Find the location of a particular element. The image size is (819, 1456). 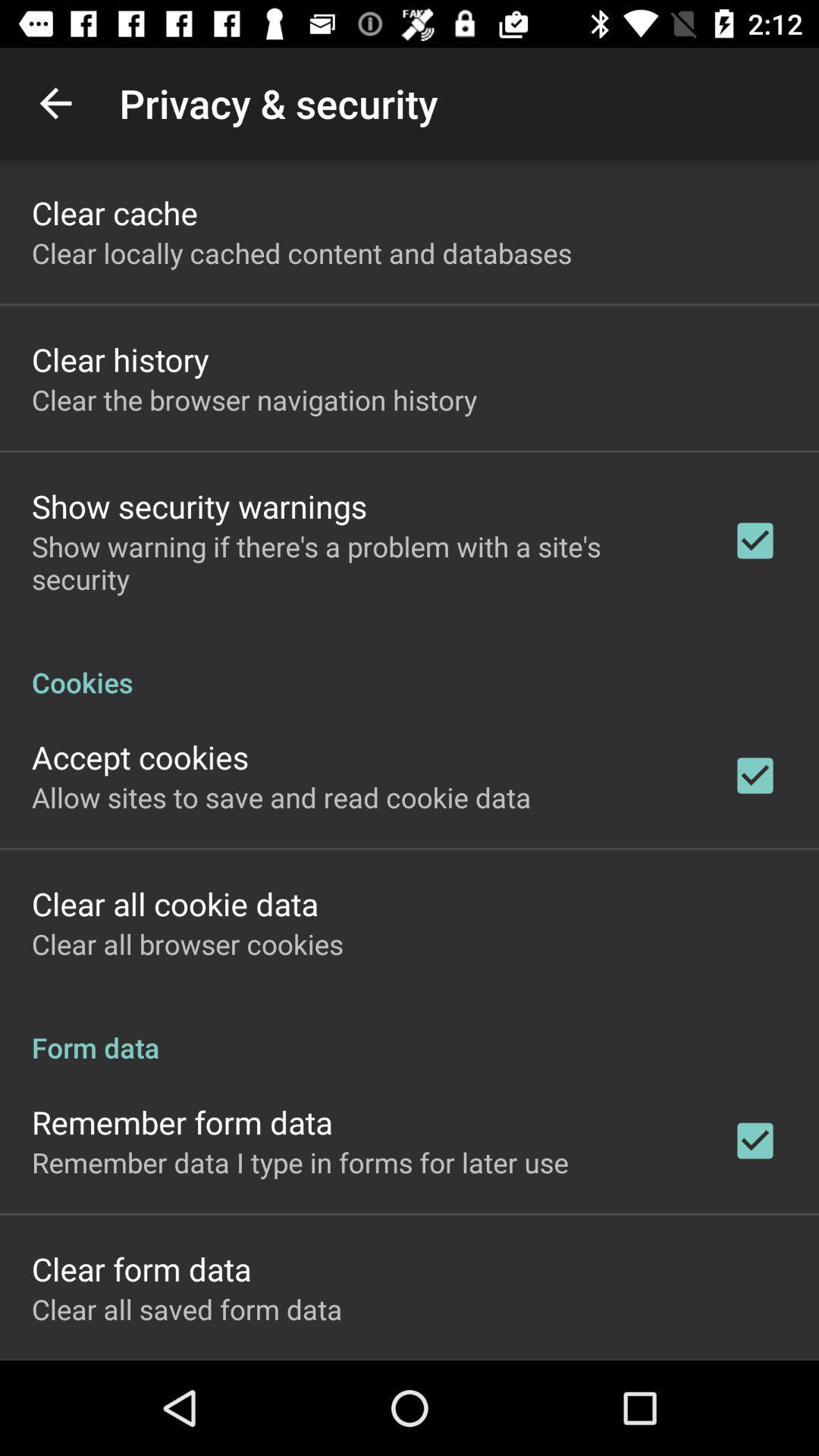

clear locally cached item is located at coordinates (302, 253).